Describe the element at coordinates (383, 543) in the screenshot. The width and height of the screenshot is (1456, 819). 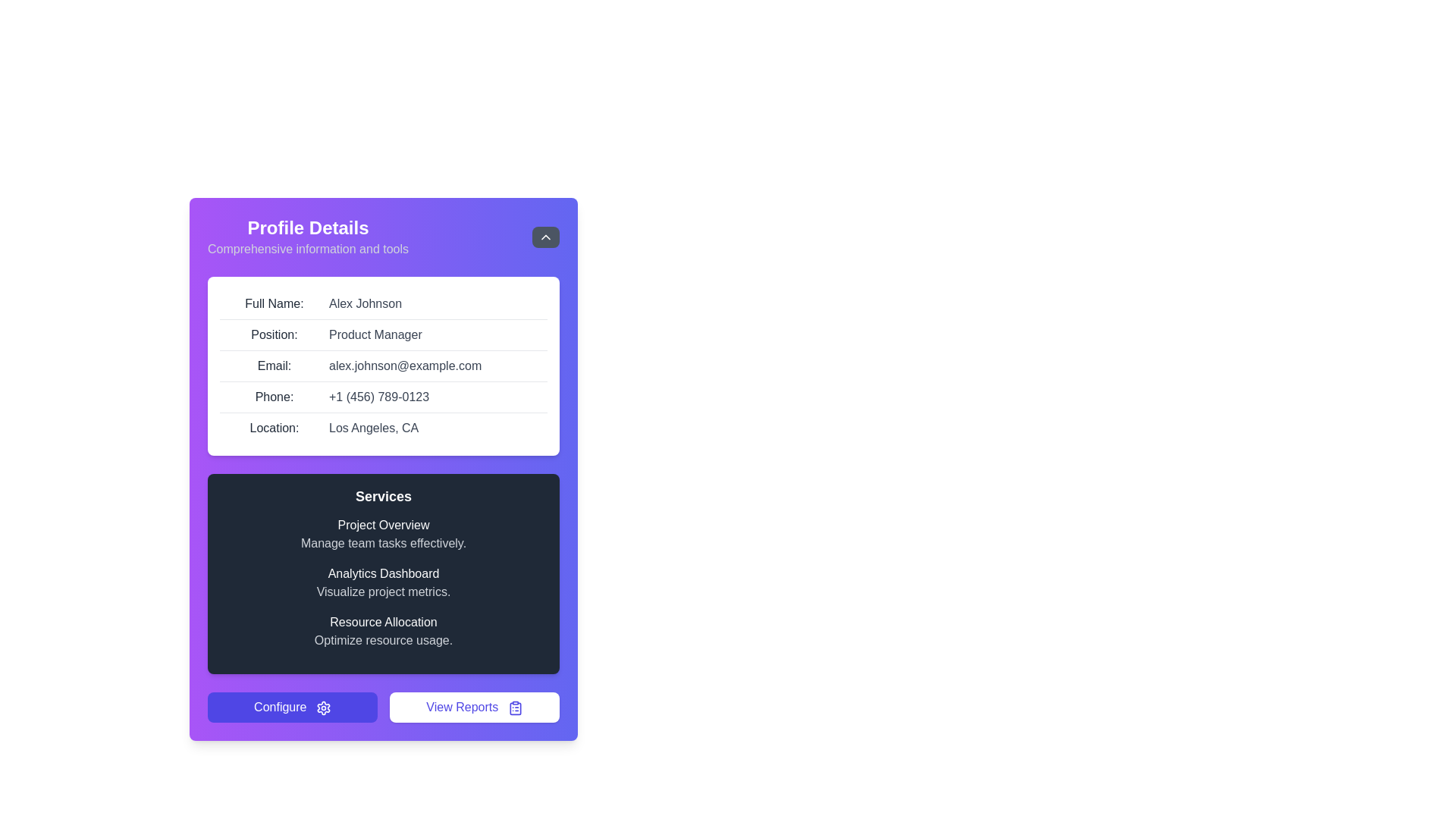
I see `the text display element that reads 'Manage team tasks effectively', which is styled in light gray and positioned under the 'Project Overview' section header` at that location.